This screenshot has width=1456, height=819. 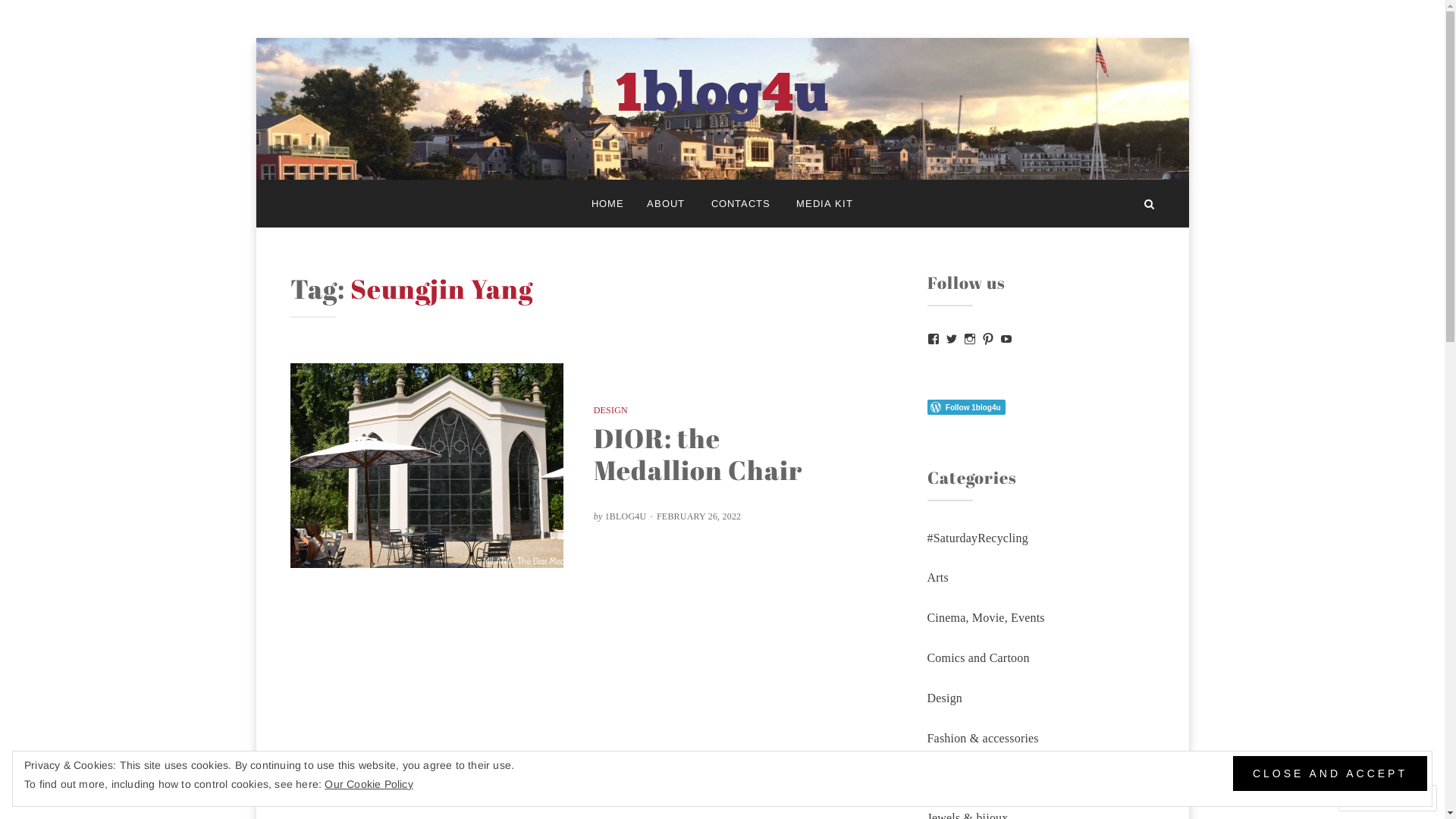 What do you see at coordinates (943, 698) in the screenshot?
I see `'Design'` at bounding box center [943, 698].